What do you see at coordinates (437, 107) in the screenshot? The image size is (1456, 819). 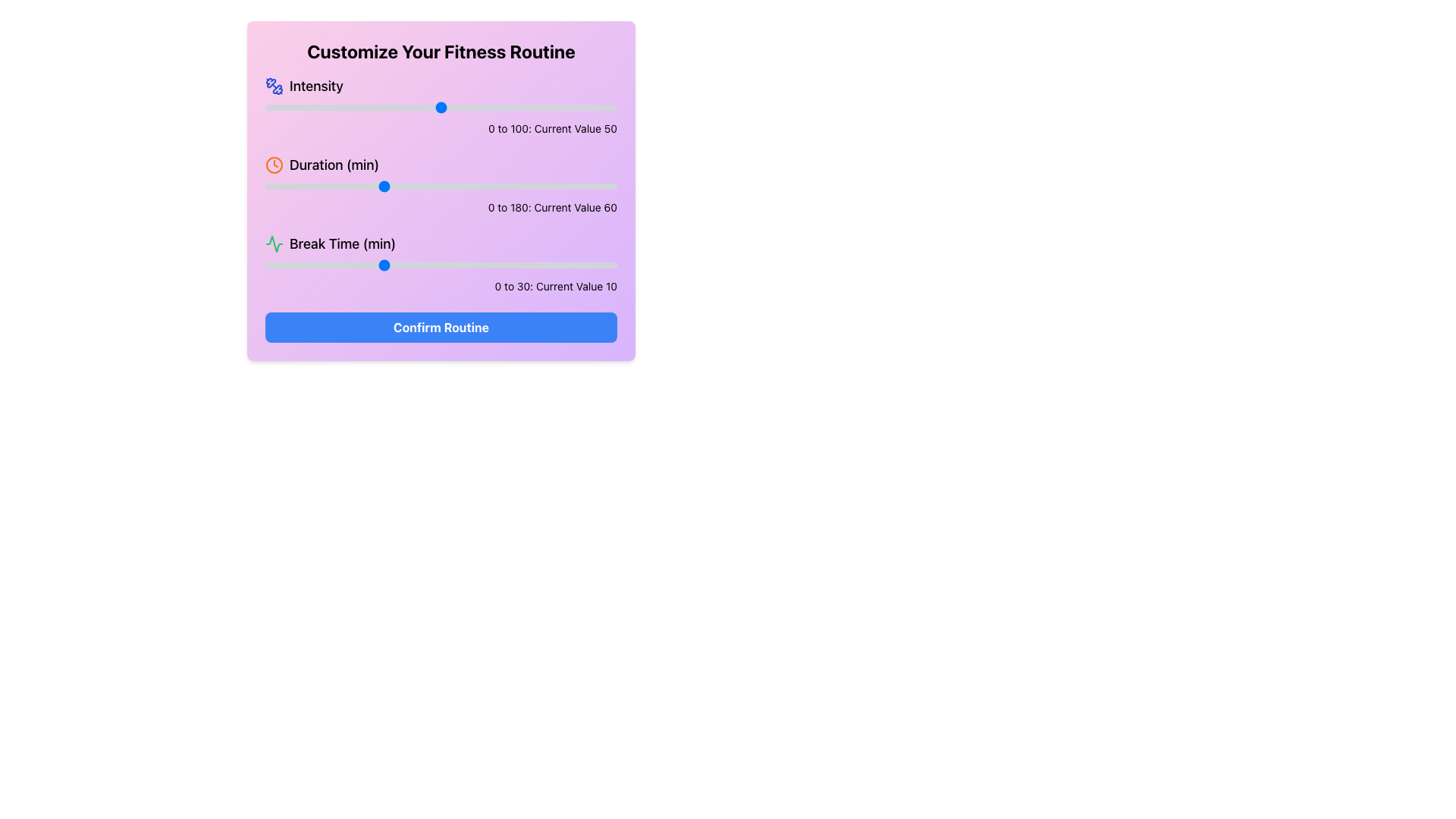 I see `the intensity` at bounding box center [437, 107].